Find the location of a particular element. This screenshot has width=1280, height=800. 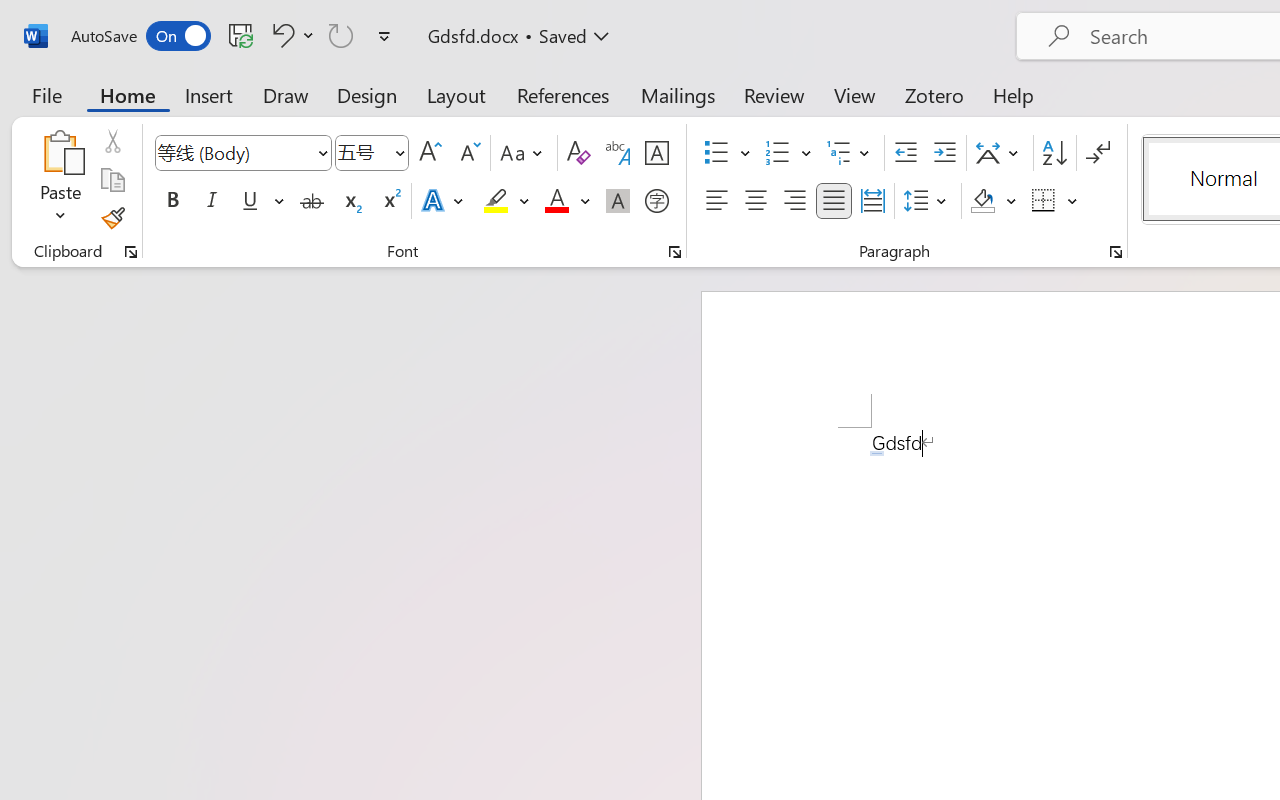

'Align Right' is located at coordinates (793, 201).